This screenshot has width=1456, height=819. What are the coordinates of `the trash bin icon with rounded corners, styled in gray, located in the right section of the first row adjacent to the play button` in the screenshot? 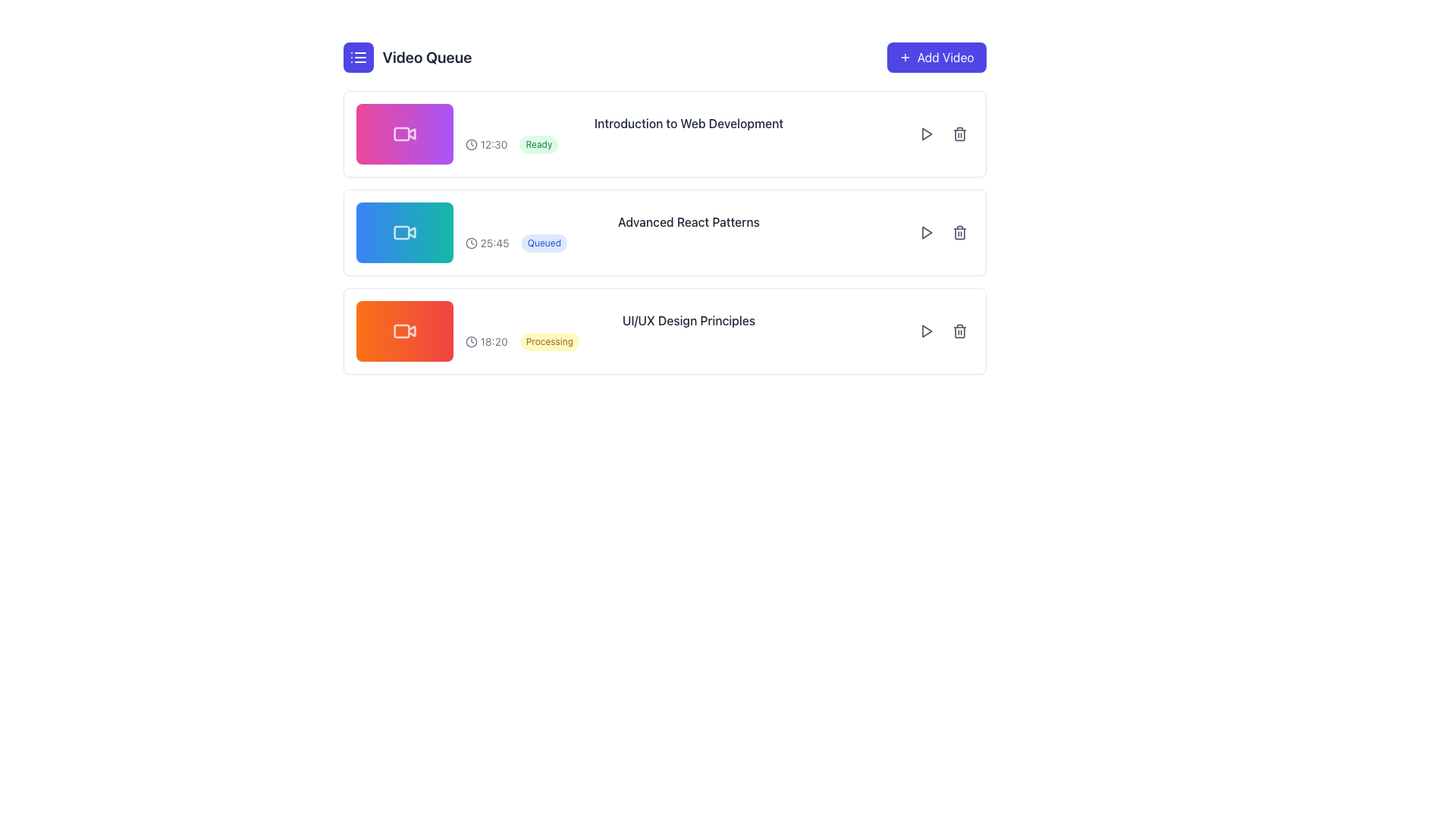 It's located at (959, 134).